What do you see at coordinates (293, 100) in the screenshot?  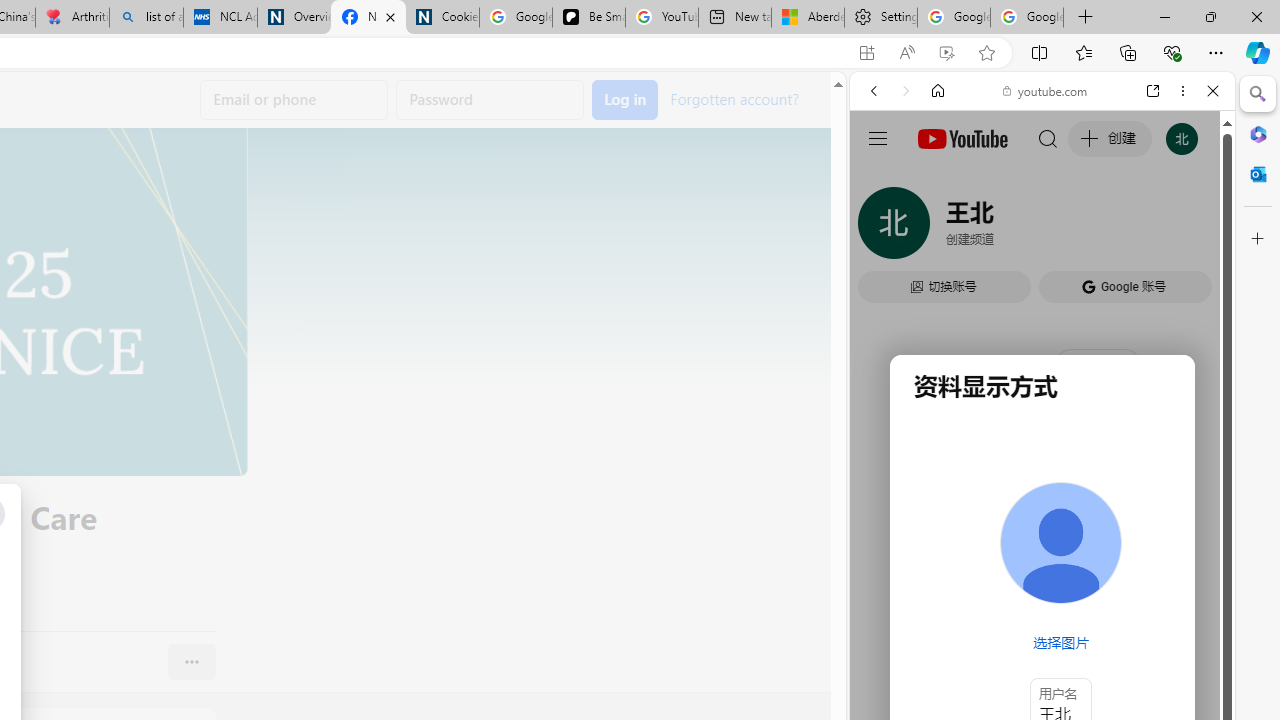 I see `'Email or phone'` at bounding box center [293, 100].